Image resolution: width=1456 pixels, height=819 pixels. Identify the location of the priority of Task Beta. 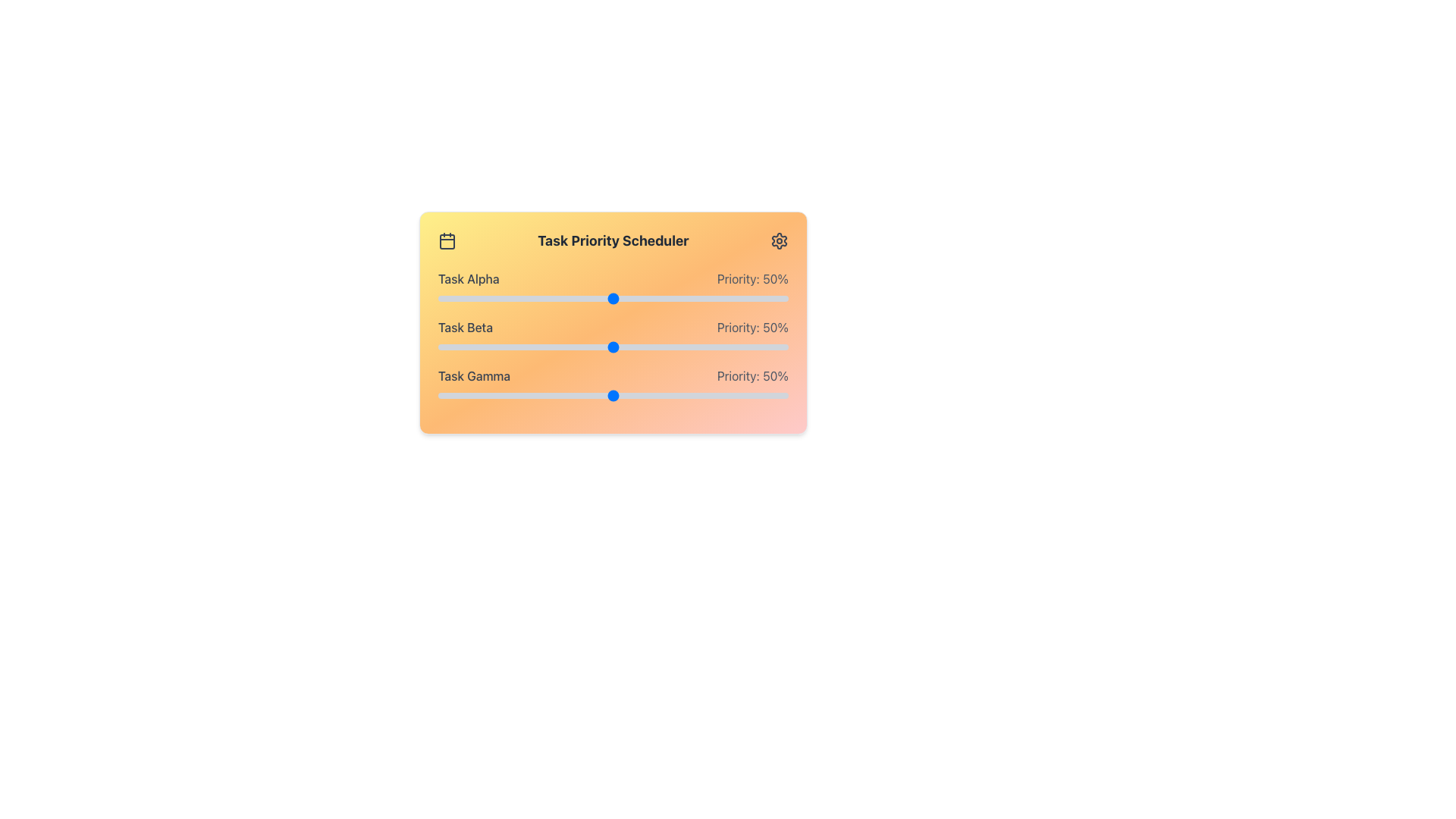
(704, 347).